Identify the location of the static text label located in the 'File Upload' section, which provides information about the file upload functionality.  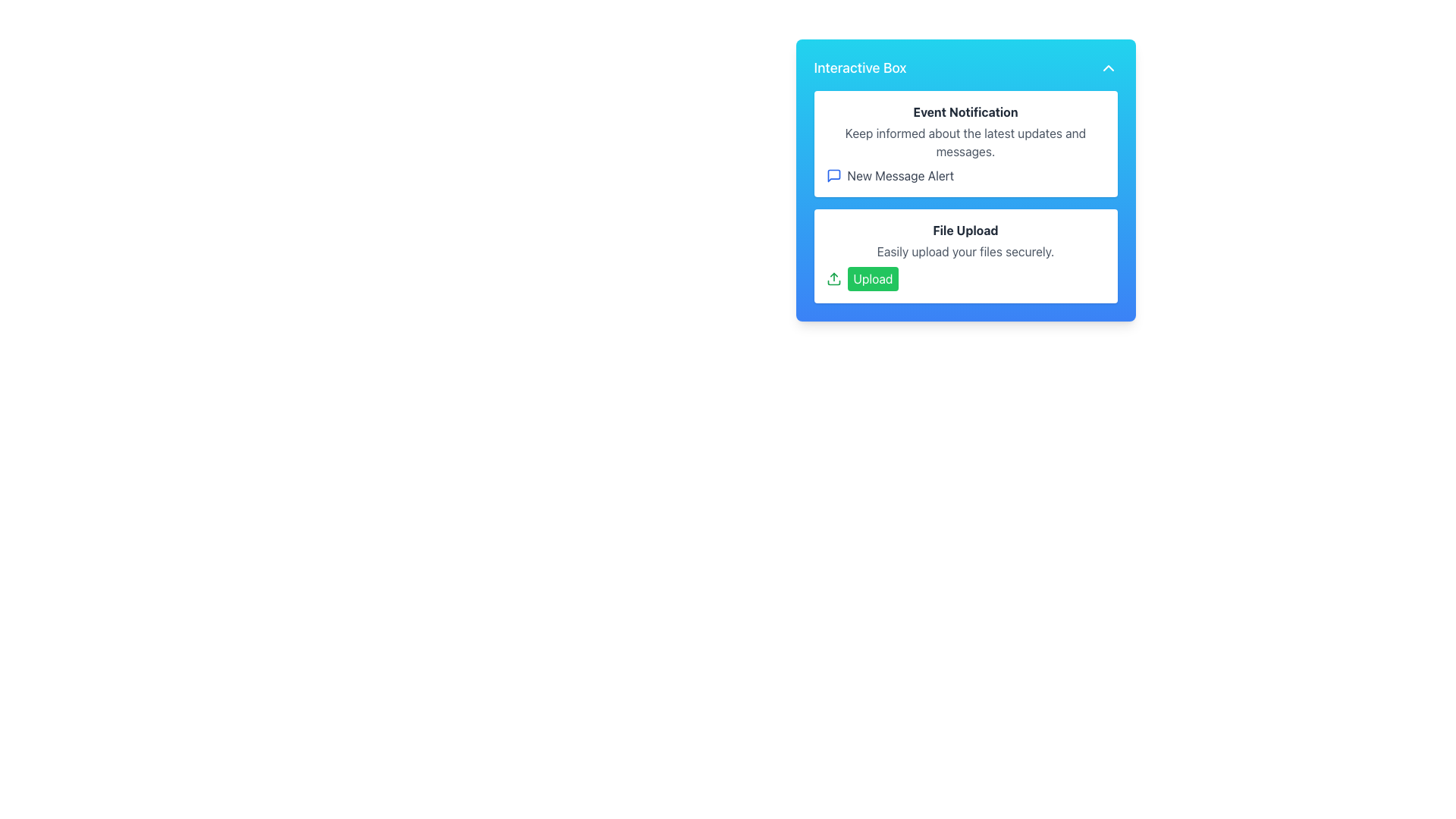
(965, 250).